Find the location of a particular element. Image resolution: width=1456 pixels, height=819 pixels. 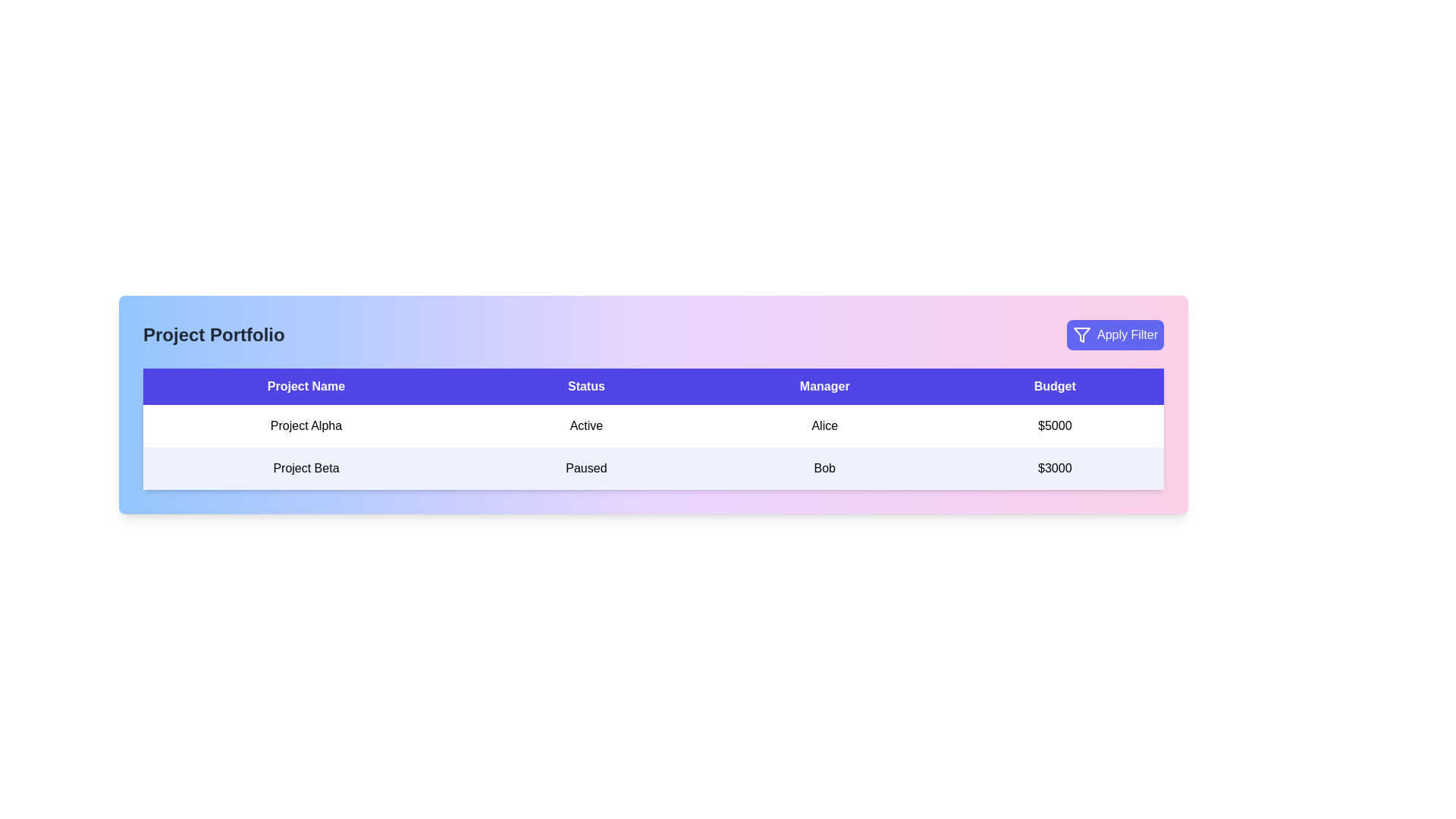

the Text label in the leftmost column of the project entry table is located at coordinates (305, 426).